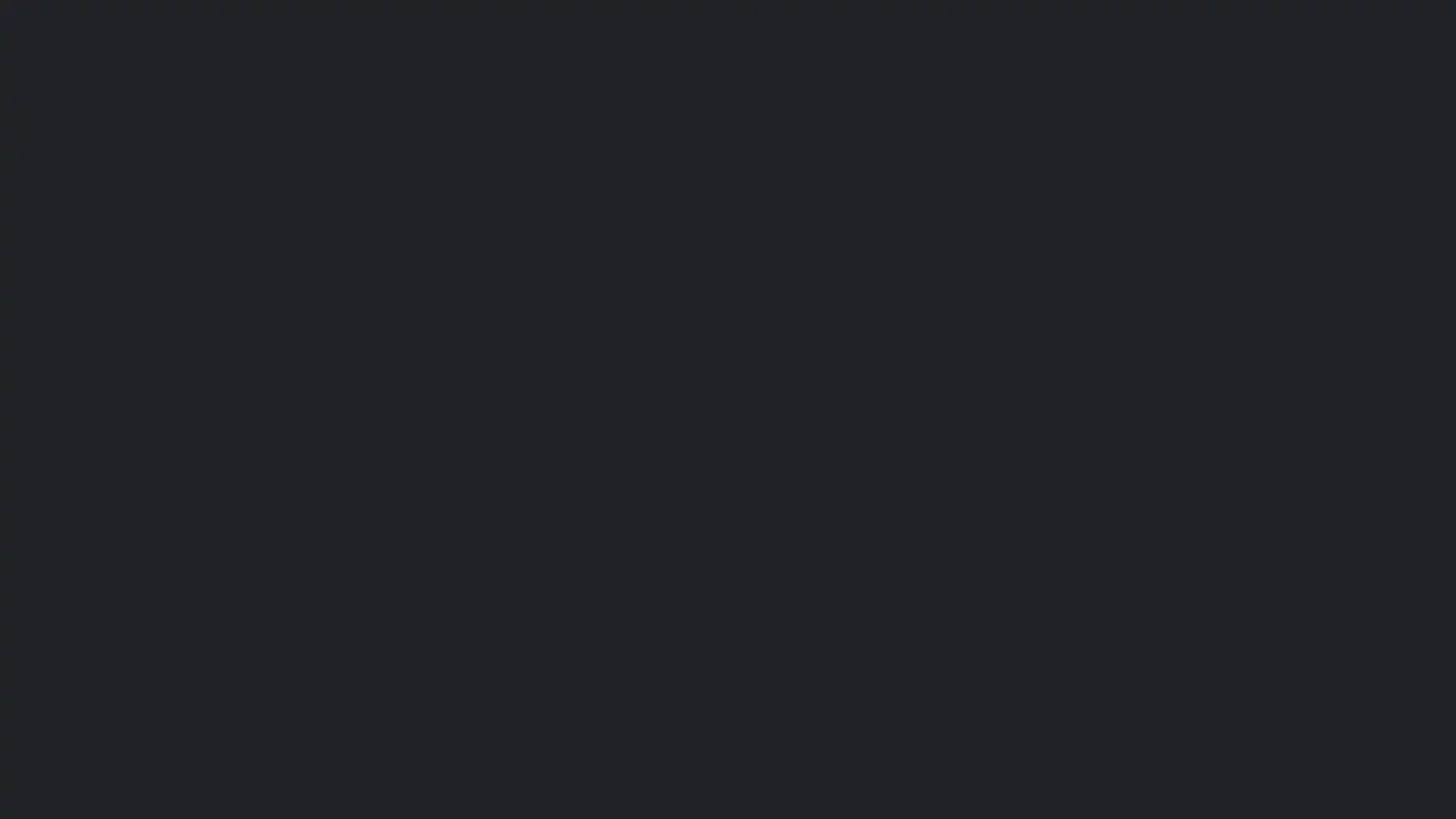  I want to click on Forgot your password?, so click(505, 461).